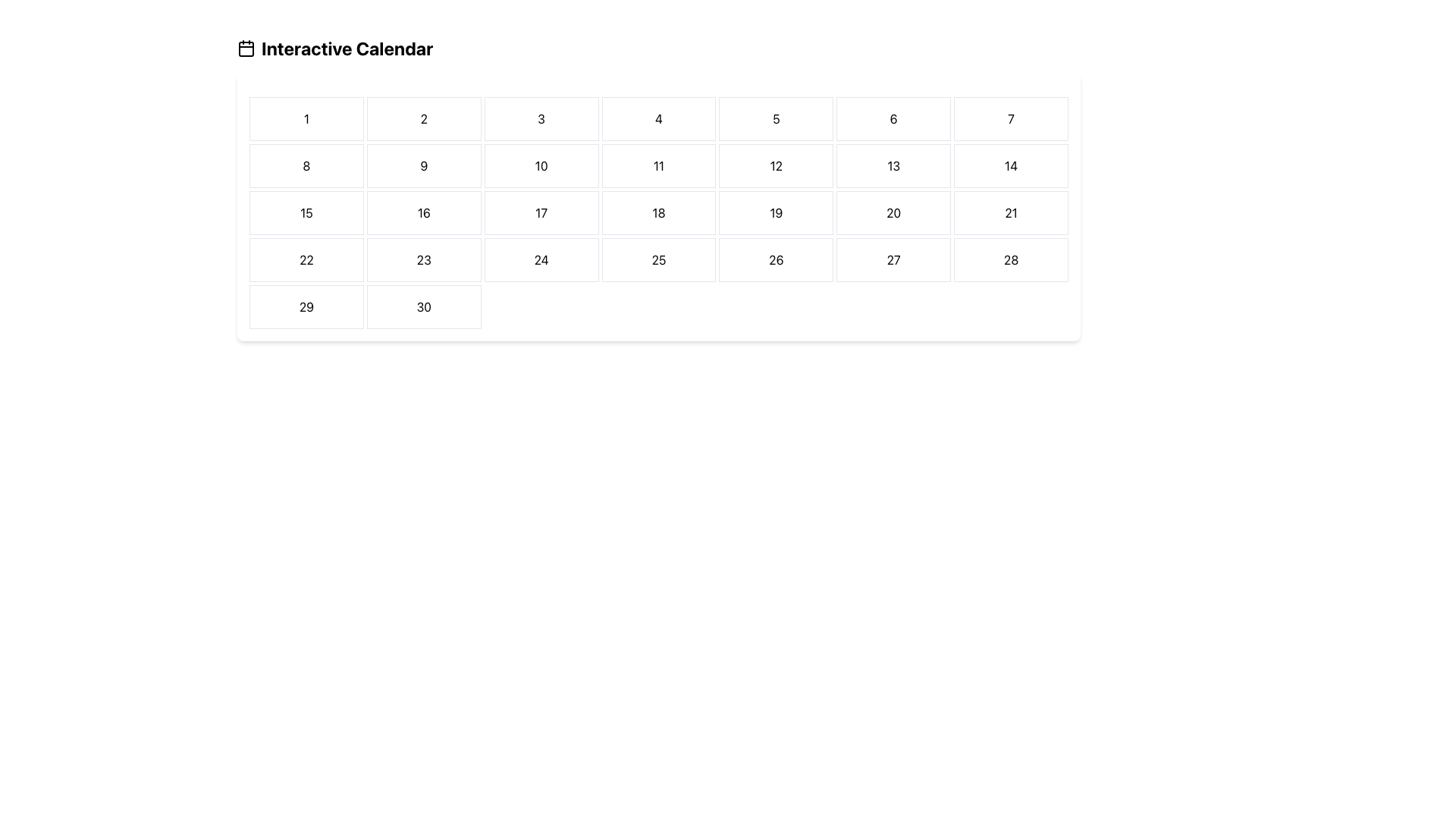 This screenshot has width=1456, height=819. What do you see at coordinates (776, 259) in the screenshot?
I see `the visual number representation '26' in the calendar grid, located in the last row and fifth column, between '25' and '27'` at bounding box center [776, 259].